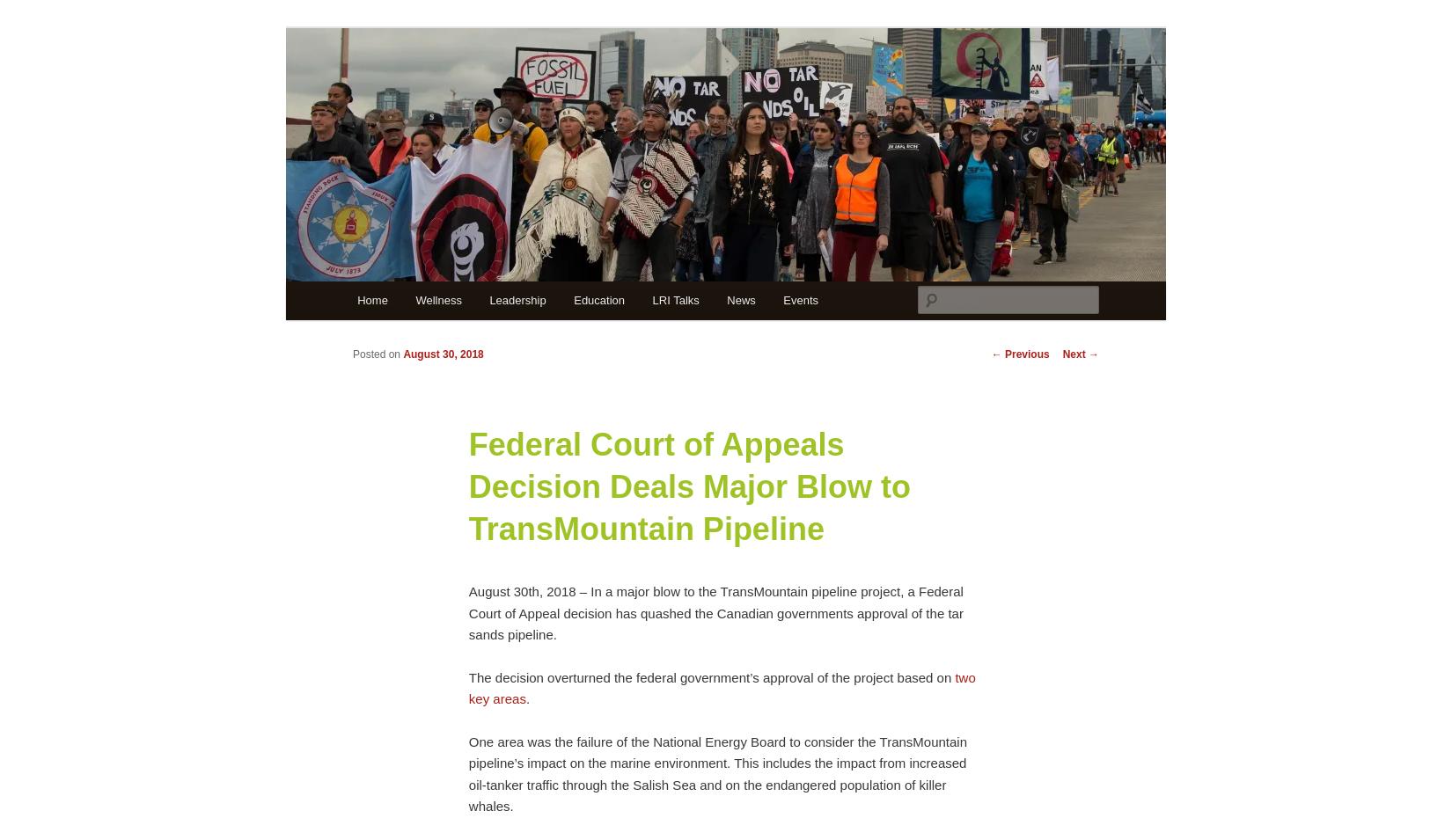 The height and width of the screenshot is (840, 1452). What do you see at coordinates (466, 774) in the screenshot?
I see `'One area was the failure of the National Energy Board to consider the TransMountain pipeline’s impact on the marine environment. This includes the impact from increased oil-tanker traffic through the Salish Sea and on the endangered population of killer whales.'` at bounding box center [466, 774].